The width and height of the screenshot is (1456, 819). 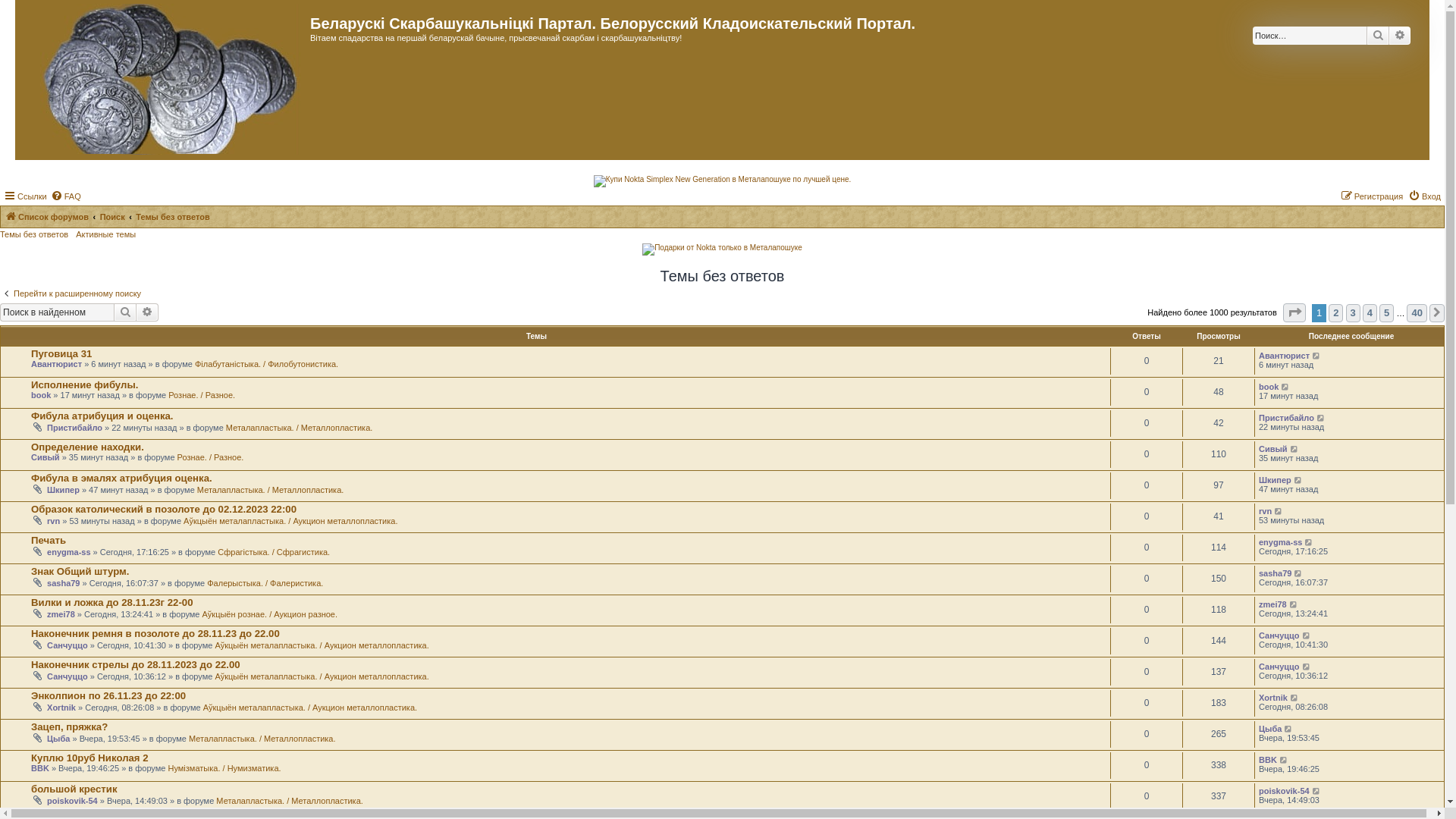 I want to click on 'sasha79', so click(x=62, y=582).